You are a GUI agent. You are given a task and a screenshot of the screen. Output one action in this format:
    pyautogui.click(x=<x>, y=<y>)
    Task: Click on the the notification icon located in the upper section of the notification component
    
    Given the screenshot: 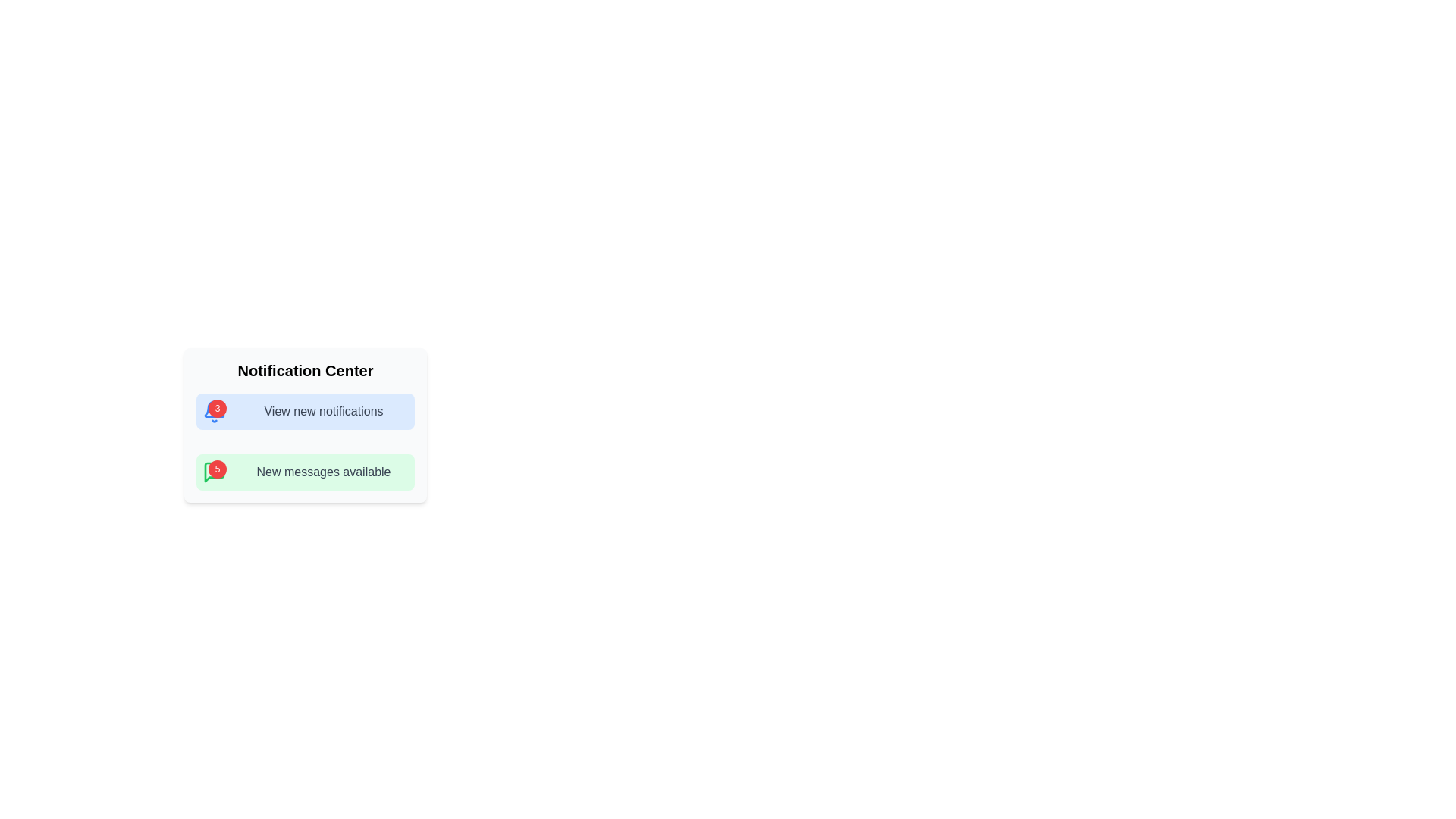 What is the action you would take?
    pyautogui.click(x=214, y=408)
    